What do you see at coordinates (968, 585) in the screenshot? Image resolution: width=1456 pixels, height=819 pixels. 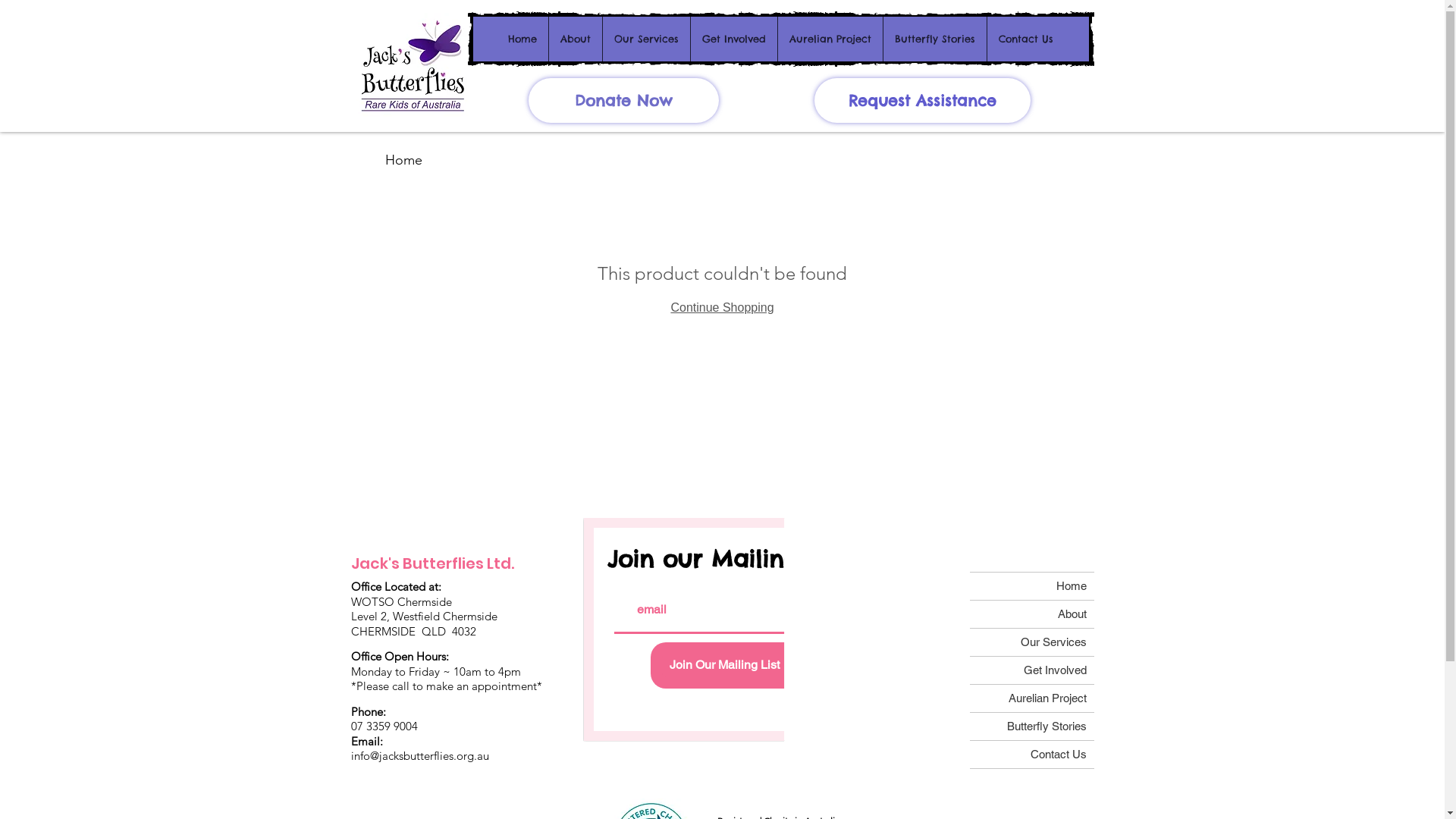 I see `'Home'` at bounding box center [968, 585].